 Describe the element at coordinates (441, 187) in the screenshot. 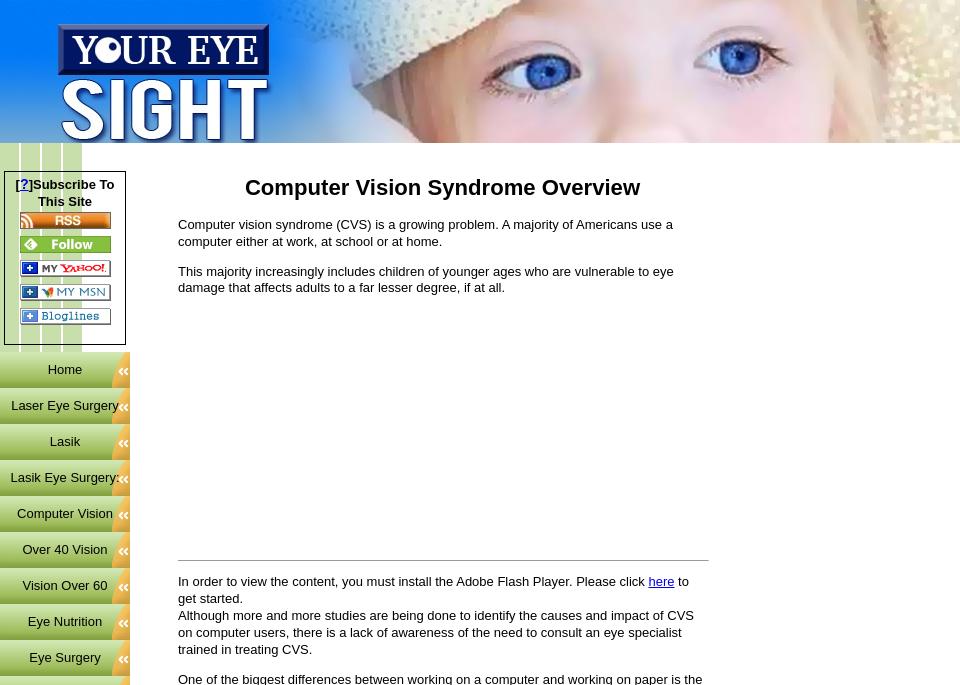

I see `'Computer Vision Syndrome Overview'` at that location.